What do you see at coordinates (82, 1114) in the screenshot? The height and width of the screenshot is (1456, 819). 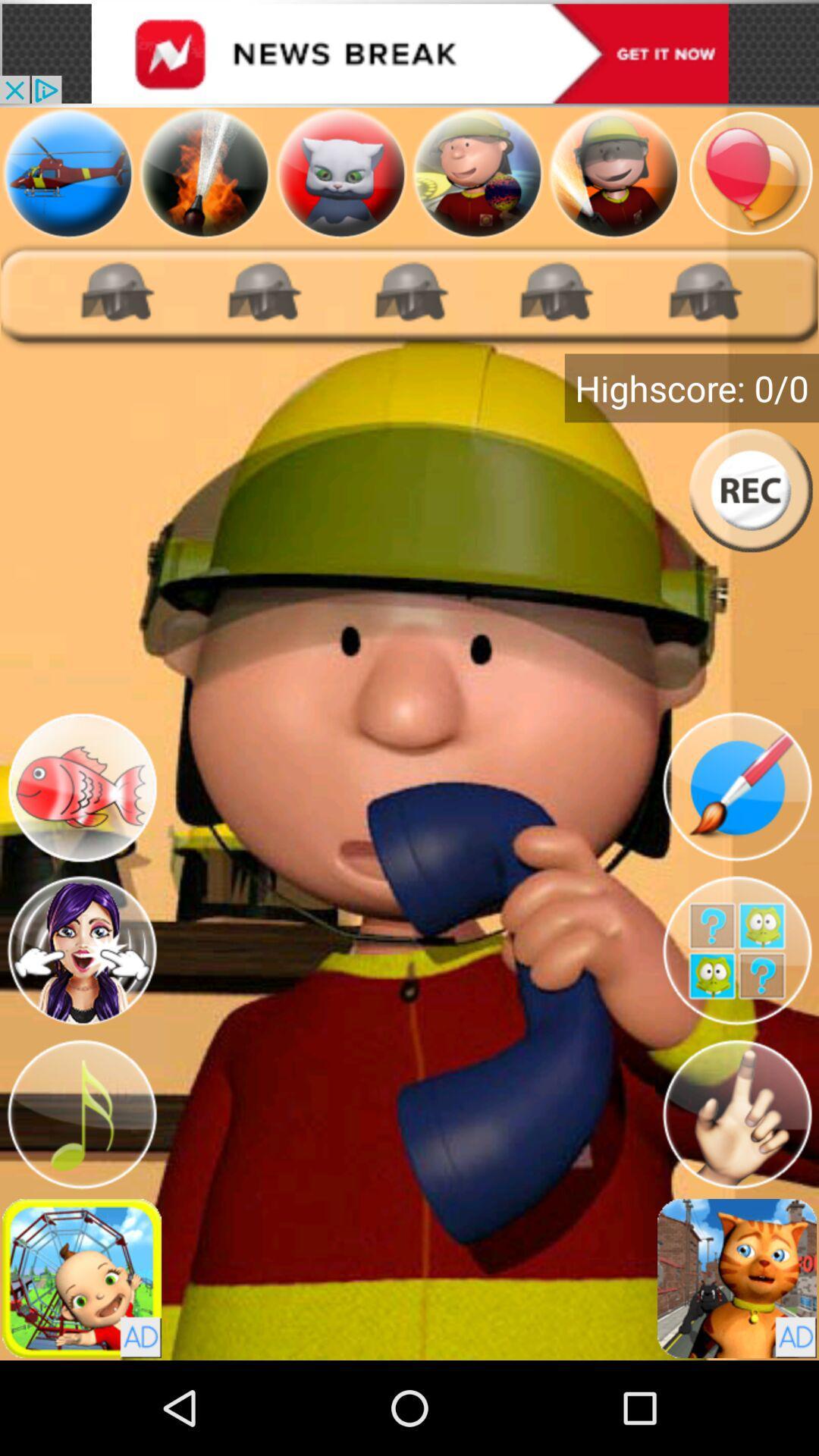 I see `music options` at bounding box center [82, 1114].